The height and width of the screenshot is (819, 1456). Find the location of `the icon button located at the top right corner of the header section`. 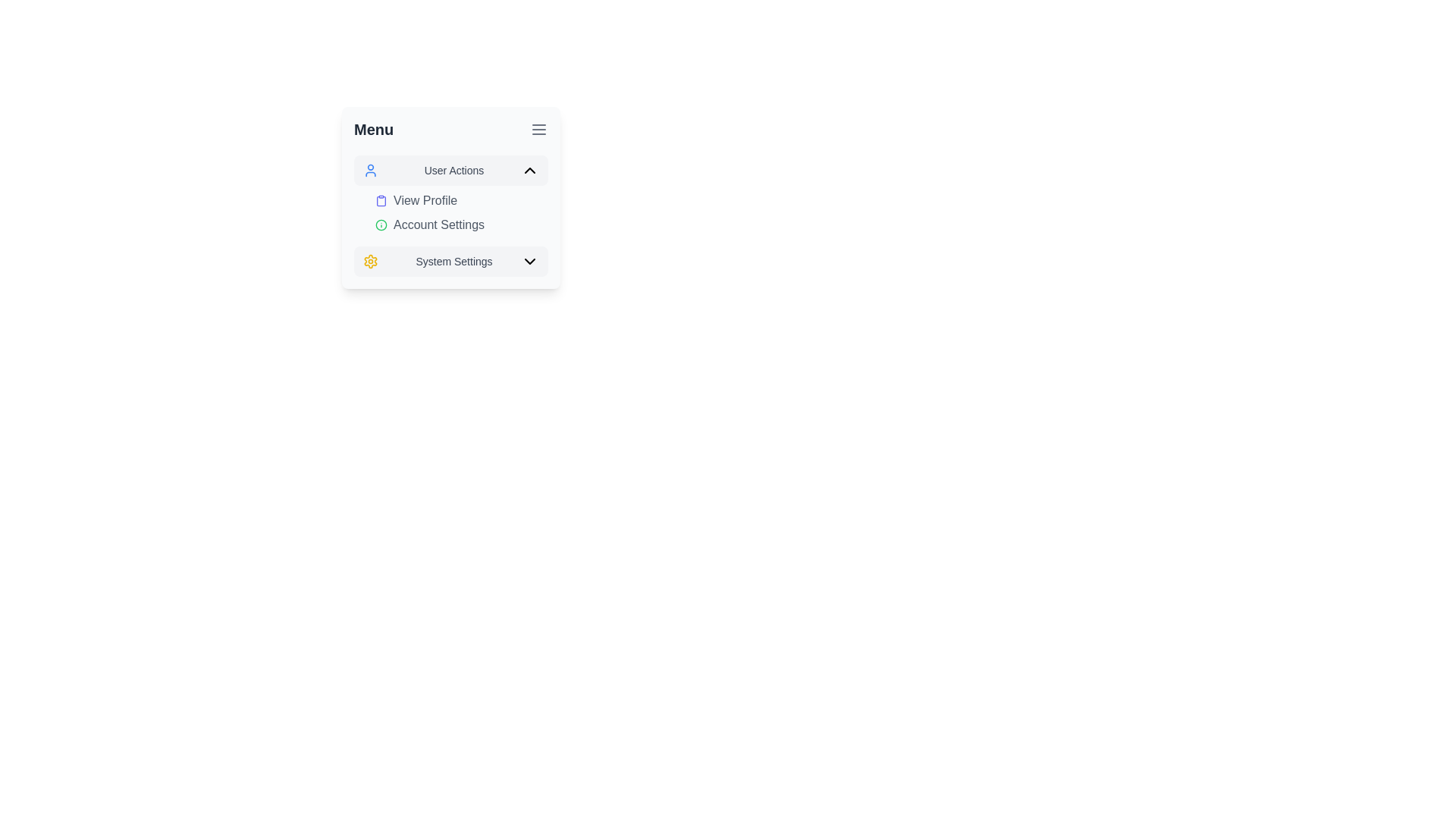

the icon button located at the top right corner of the header section is located at coordinates (538, 128).